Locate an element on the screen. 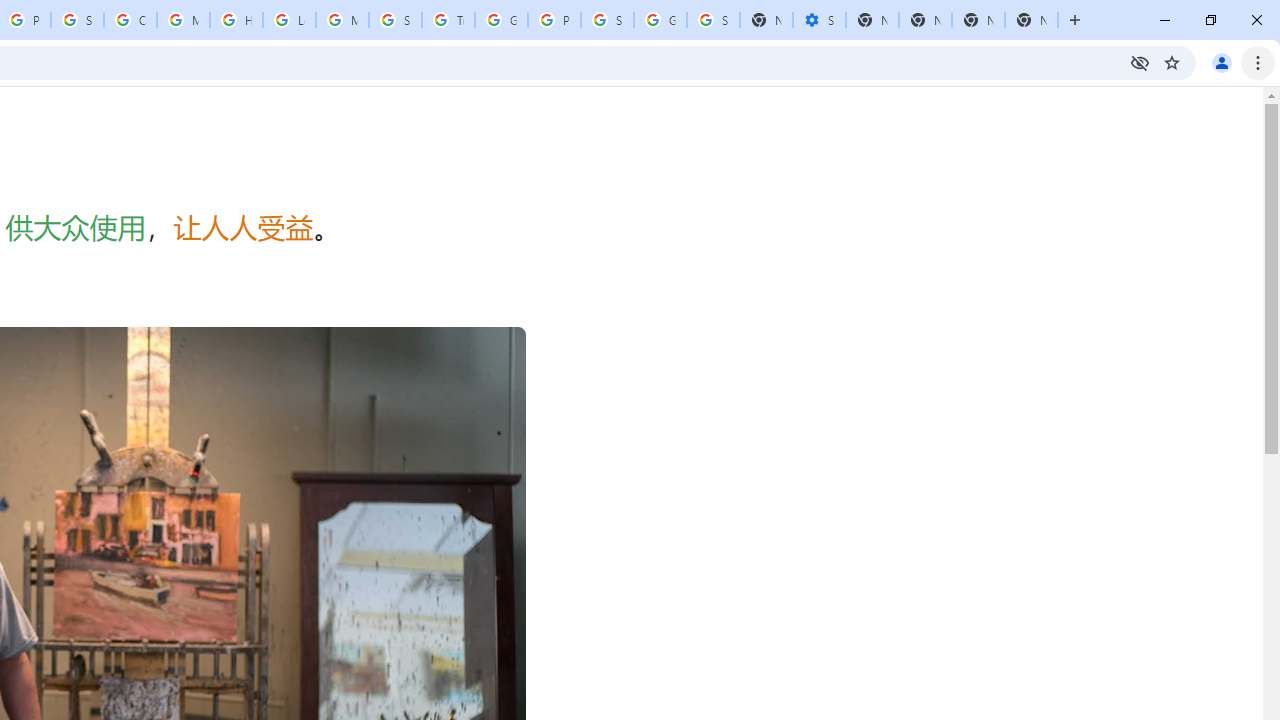 This screenshot has width=1280, height=720. 'New Tab' is located at coordinates (1074, 20).